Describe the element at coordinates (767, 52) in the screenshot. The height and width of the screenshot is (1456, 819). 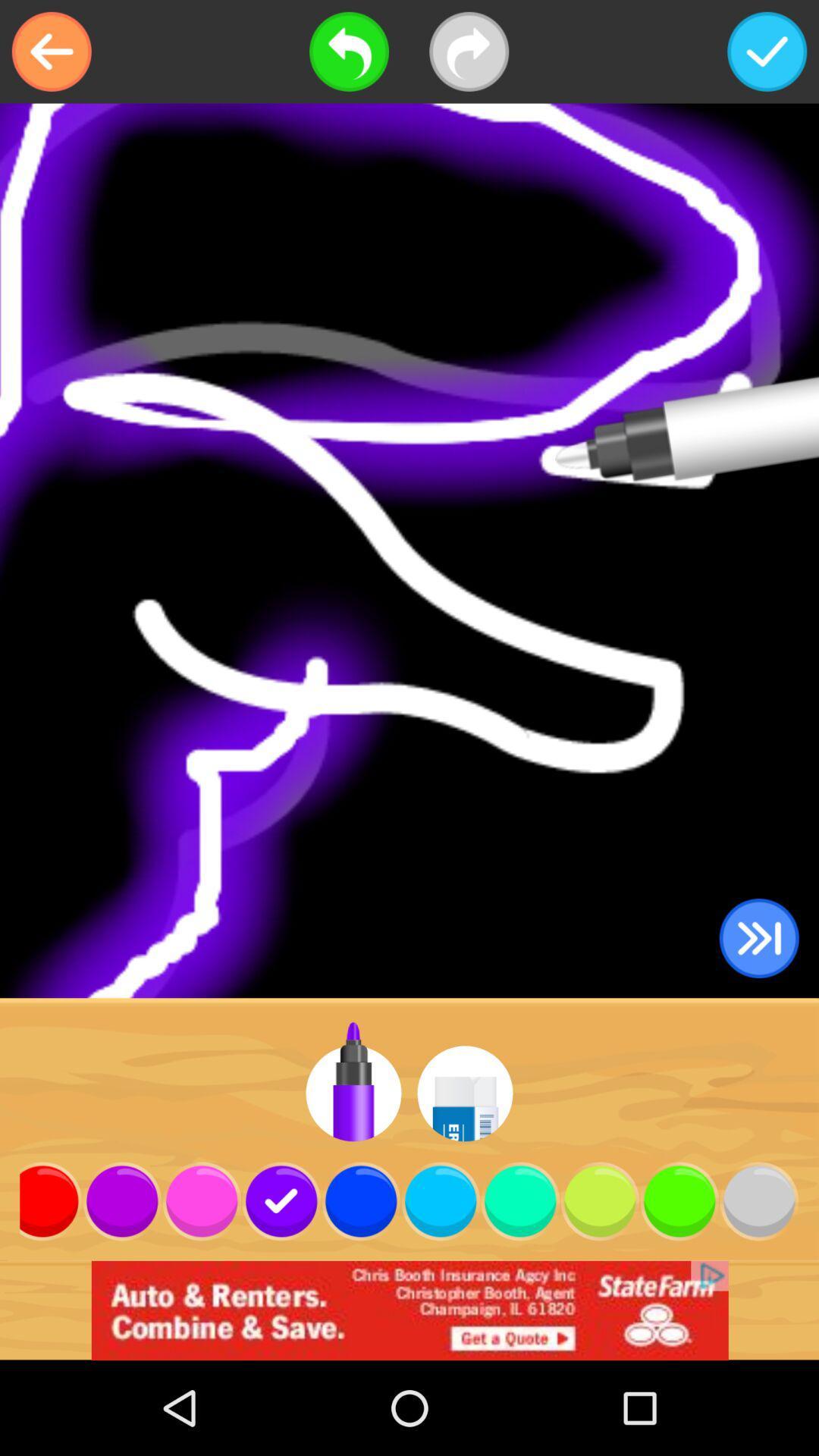
I see `accept and save` at that location.